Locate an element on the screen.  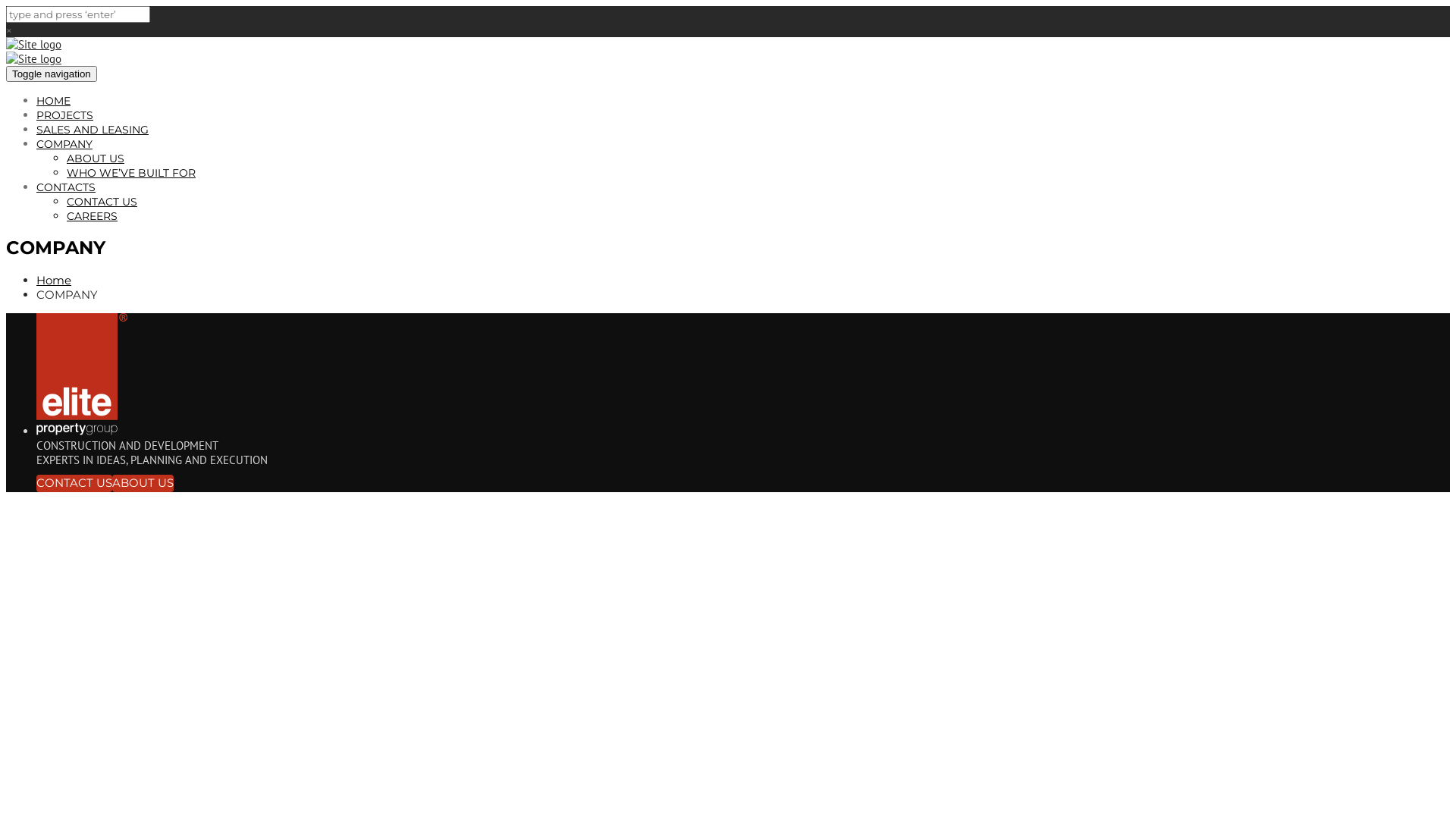
'Toggle navigation' is located at coordinates (51, 74).